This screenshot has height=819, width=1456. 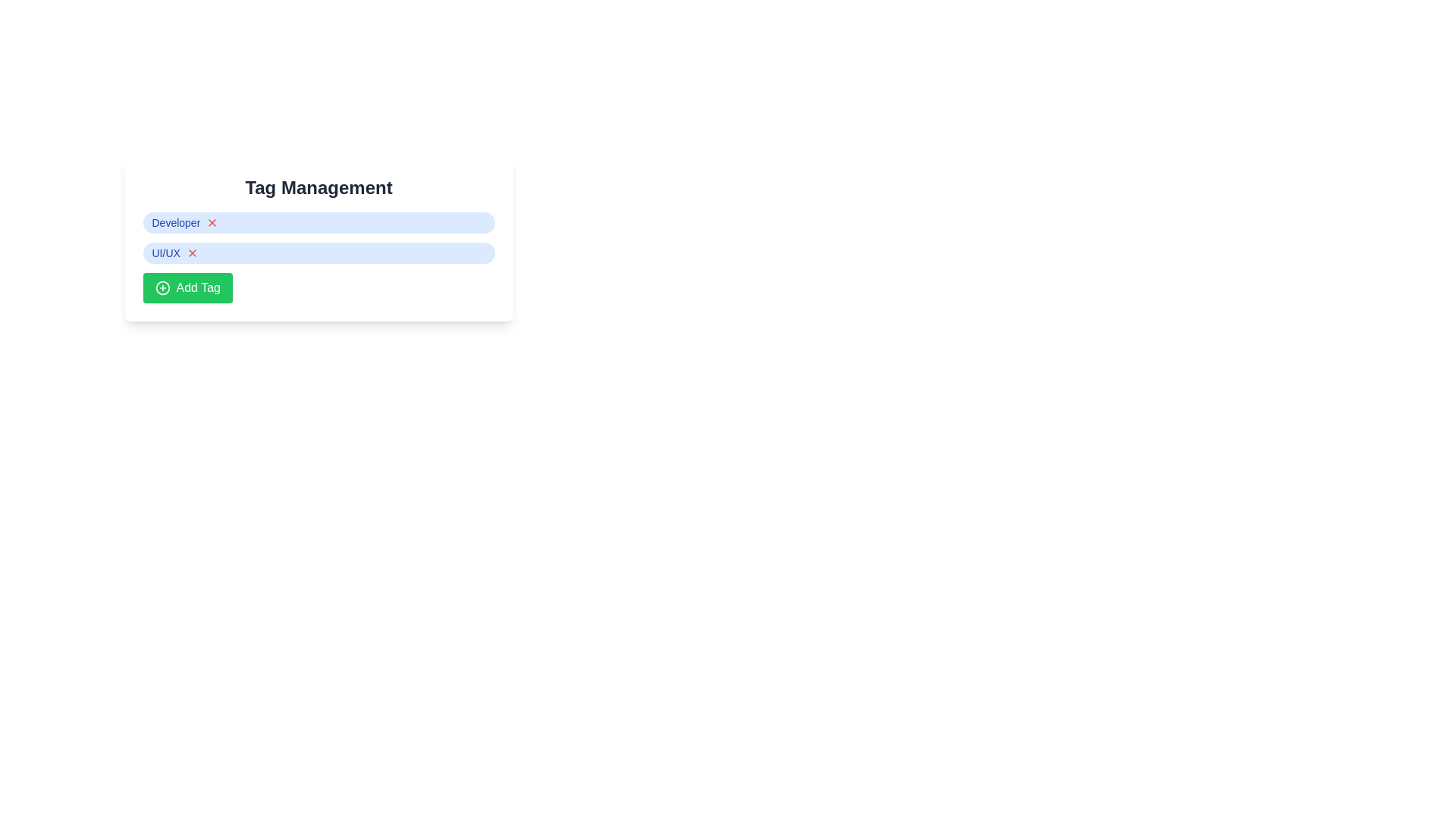 What do you see at coordinates (212, 222) in the screenshot?
I see `the close button icon associated with the 'Developer' tag` at bounding box center [212, 222].